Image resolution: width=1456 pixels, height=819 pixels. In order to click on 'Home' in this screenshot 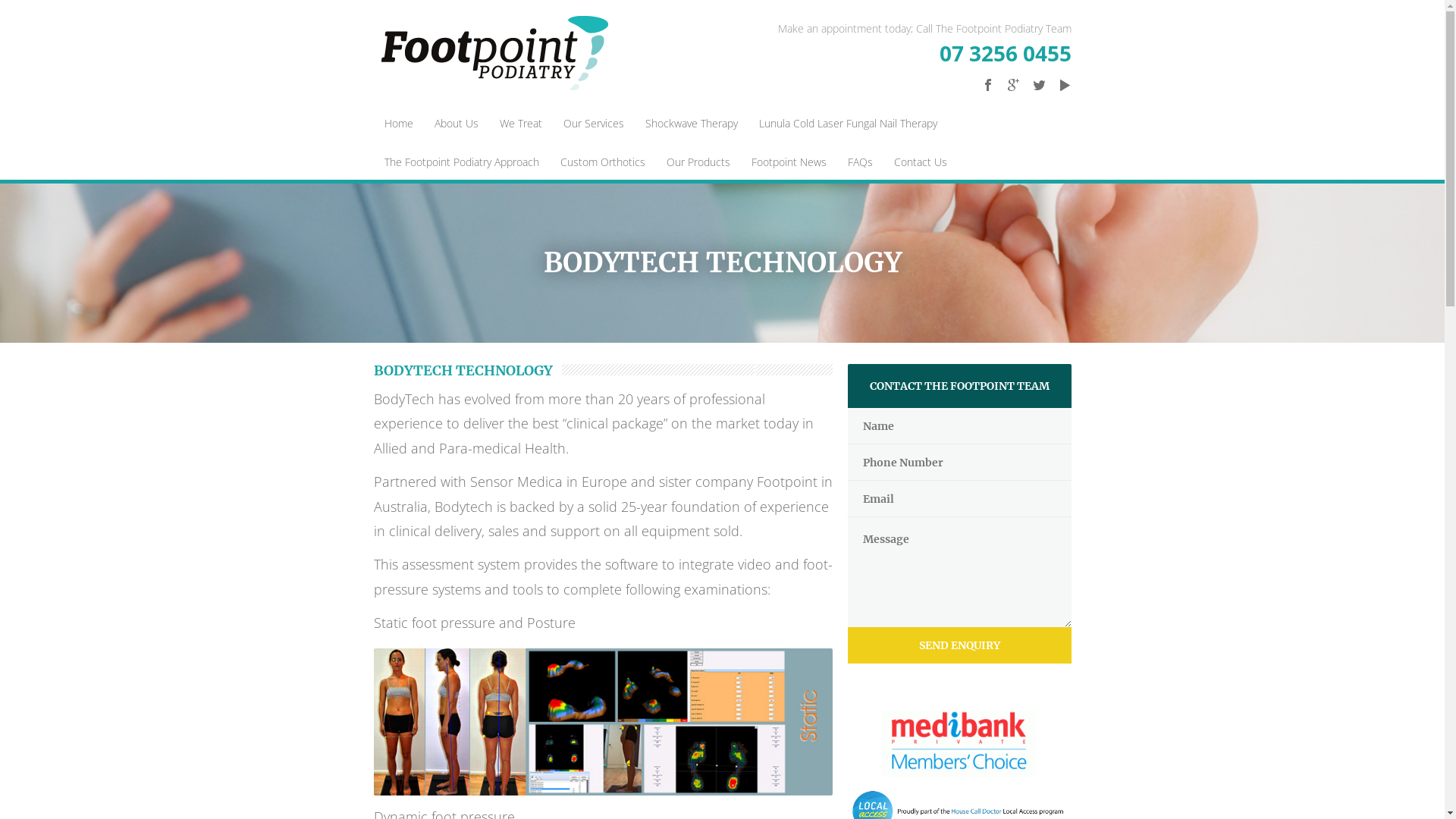, I will do `click(397, 124)`.